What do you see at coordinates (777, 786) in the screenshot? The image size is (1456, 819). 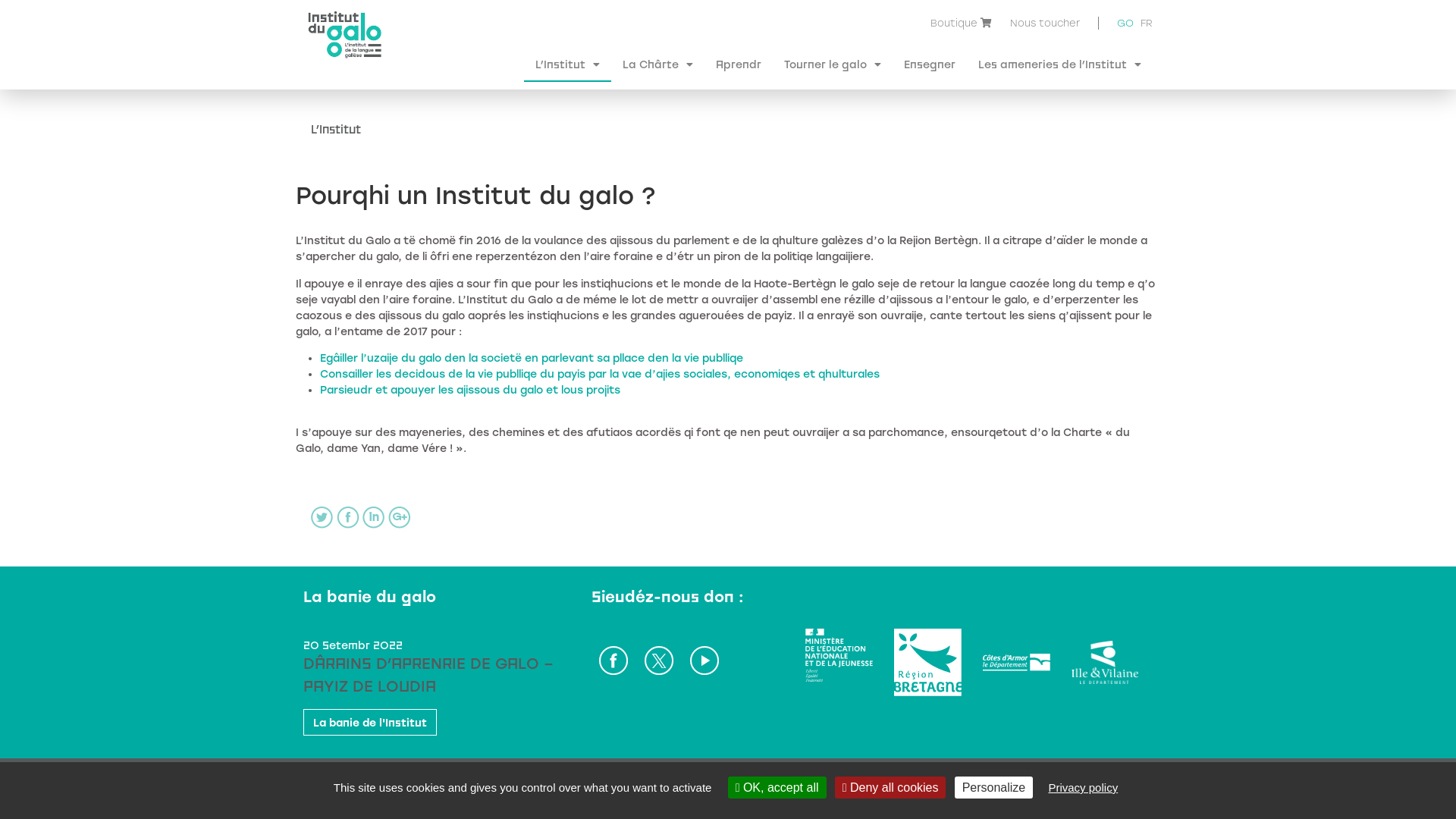 I see `'OK, accept all'` at bounding box center [777, 786].